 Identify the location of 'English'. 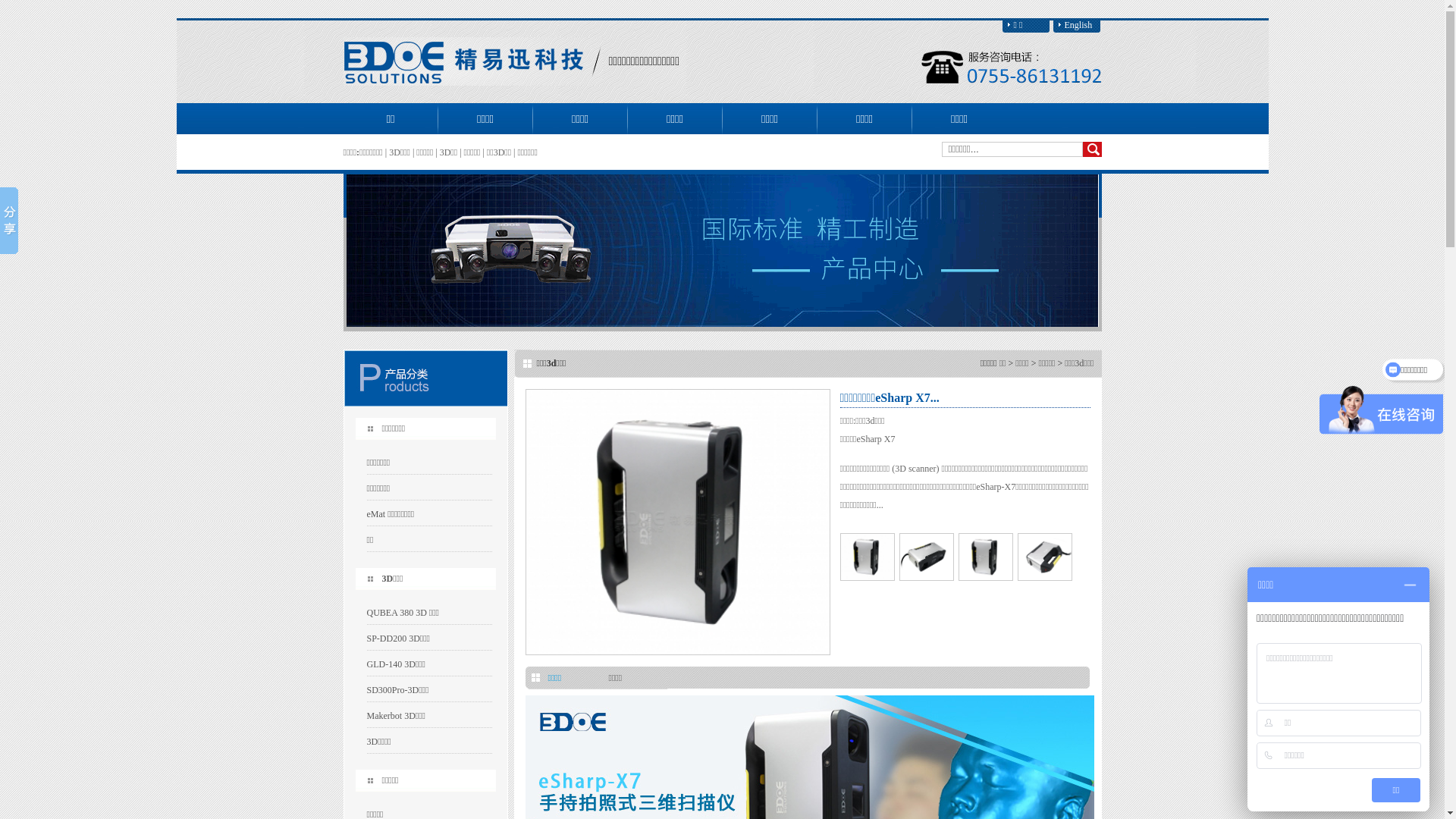
(1051, 25).